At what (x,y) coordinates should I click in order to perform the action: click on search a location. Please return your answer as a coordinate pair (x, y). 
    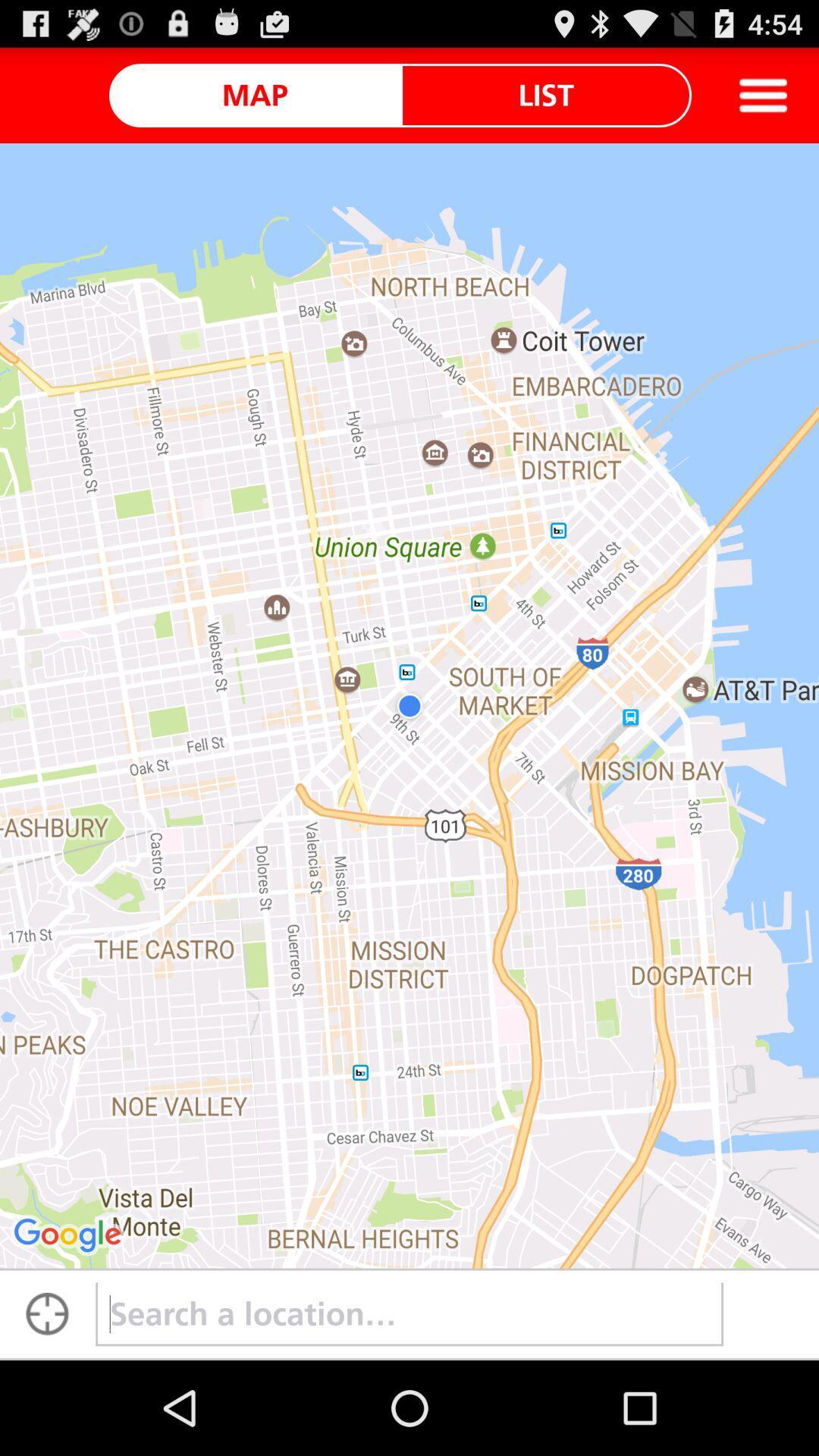
    Looking at the image, I should click on (46, 1313).